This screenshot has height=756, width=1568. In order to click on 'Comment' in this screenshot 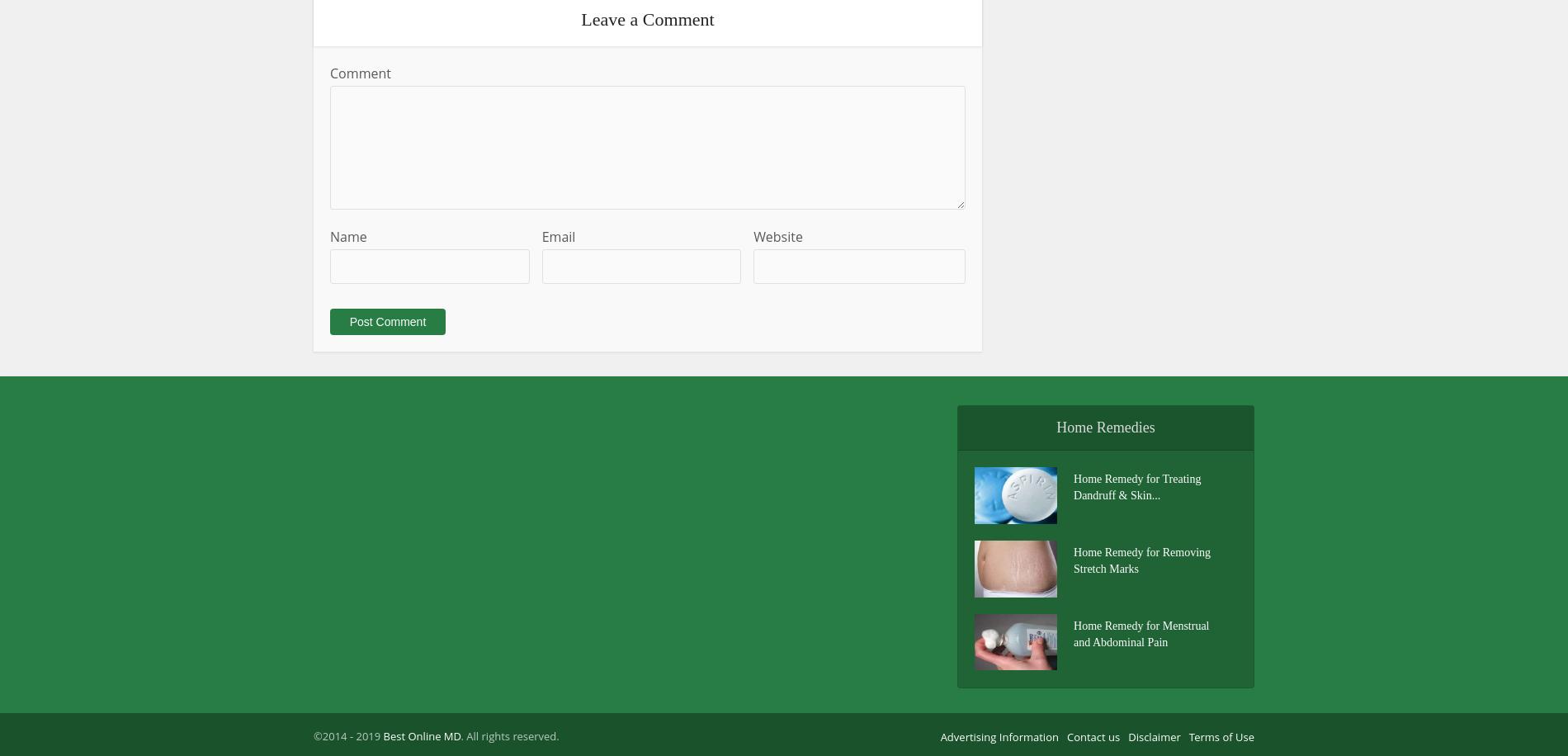, I will do `click(328, 72)`.